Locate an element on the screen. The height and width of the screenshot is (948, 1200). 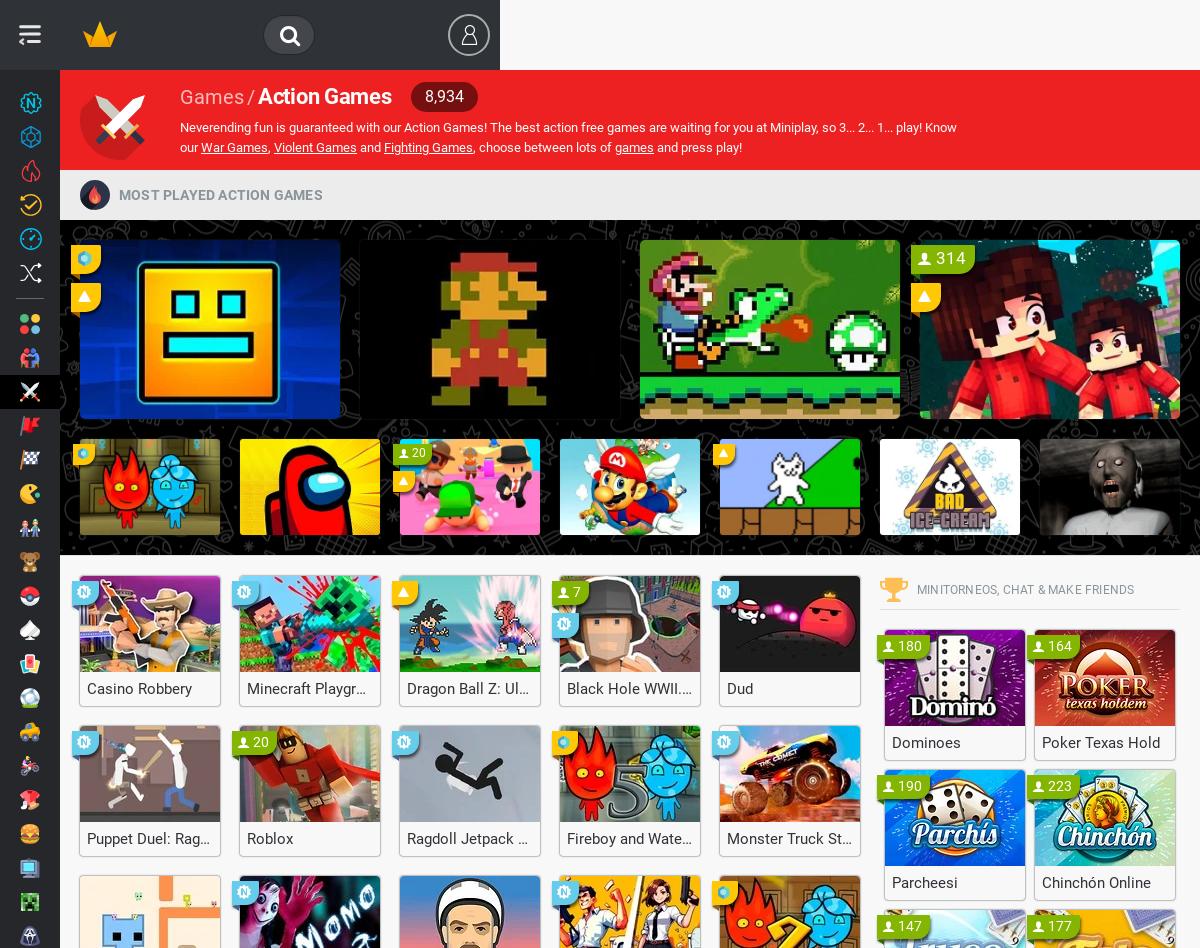
'/' is located at coordinates (250, 96).